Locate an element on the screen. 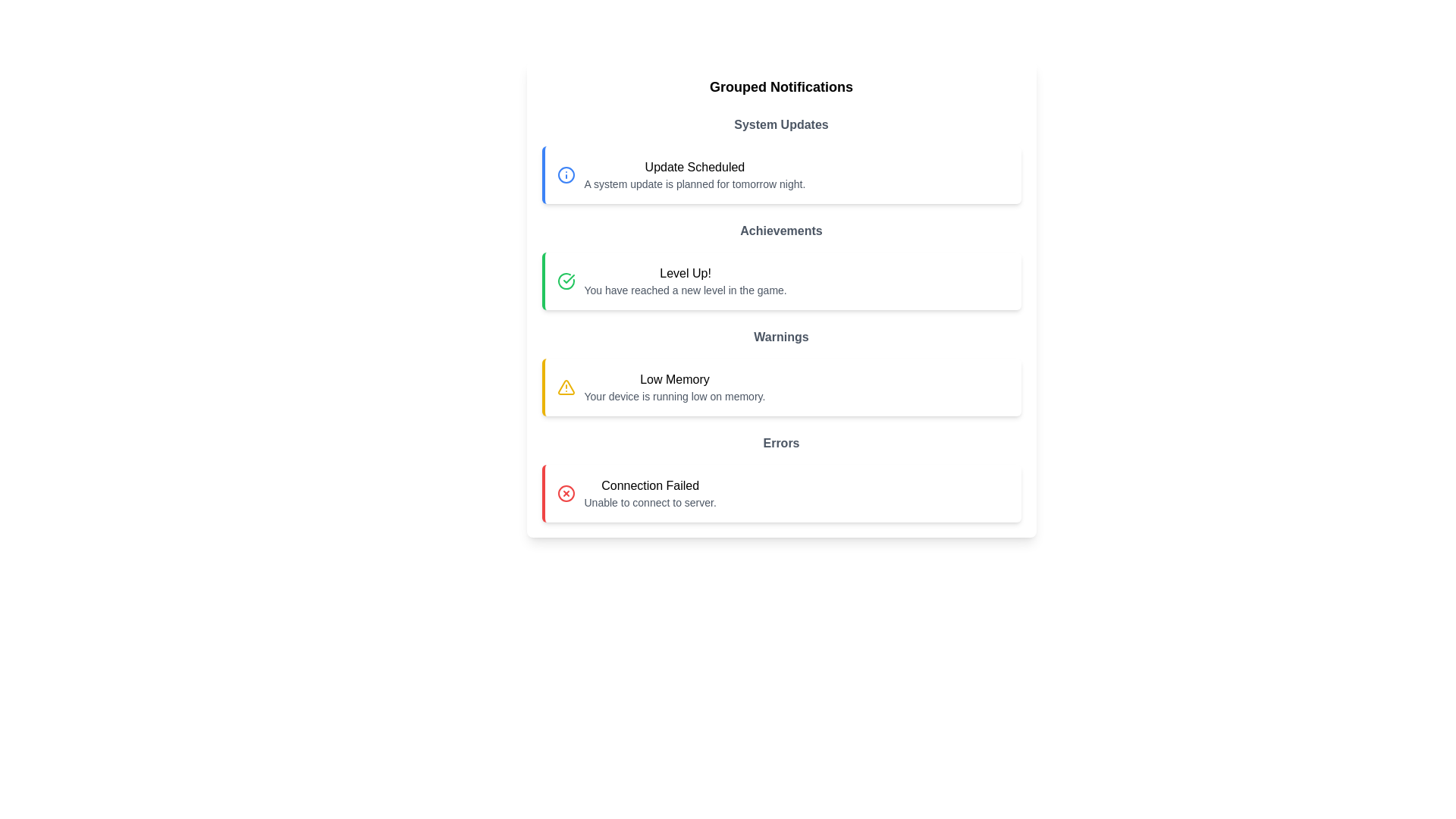 The height and width of the screenshot is (819, 1456). the circular icon located in the top-left corner of the 'System Updates' notification section, which is part of a blue-bordered entry titled 'Update Scheduled' is located at coordinates (565, 174).